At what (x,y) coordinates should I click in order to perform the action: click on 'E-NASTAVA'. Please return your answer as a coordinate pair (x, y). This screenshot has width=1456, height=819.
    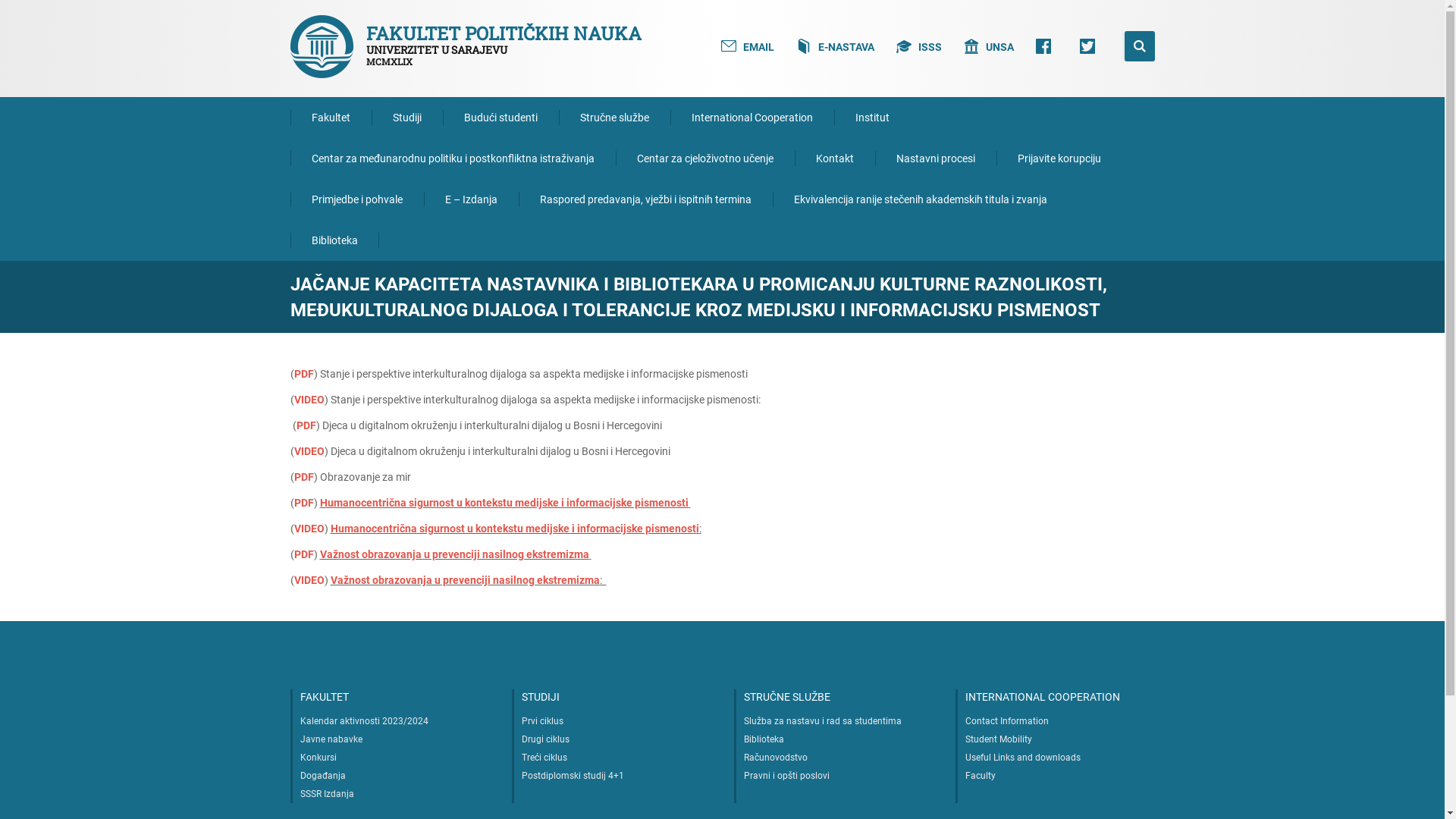
    Looking at the image, I should click on (835, 45).